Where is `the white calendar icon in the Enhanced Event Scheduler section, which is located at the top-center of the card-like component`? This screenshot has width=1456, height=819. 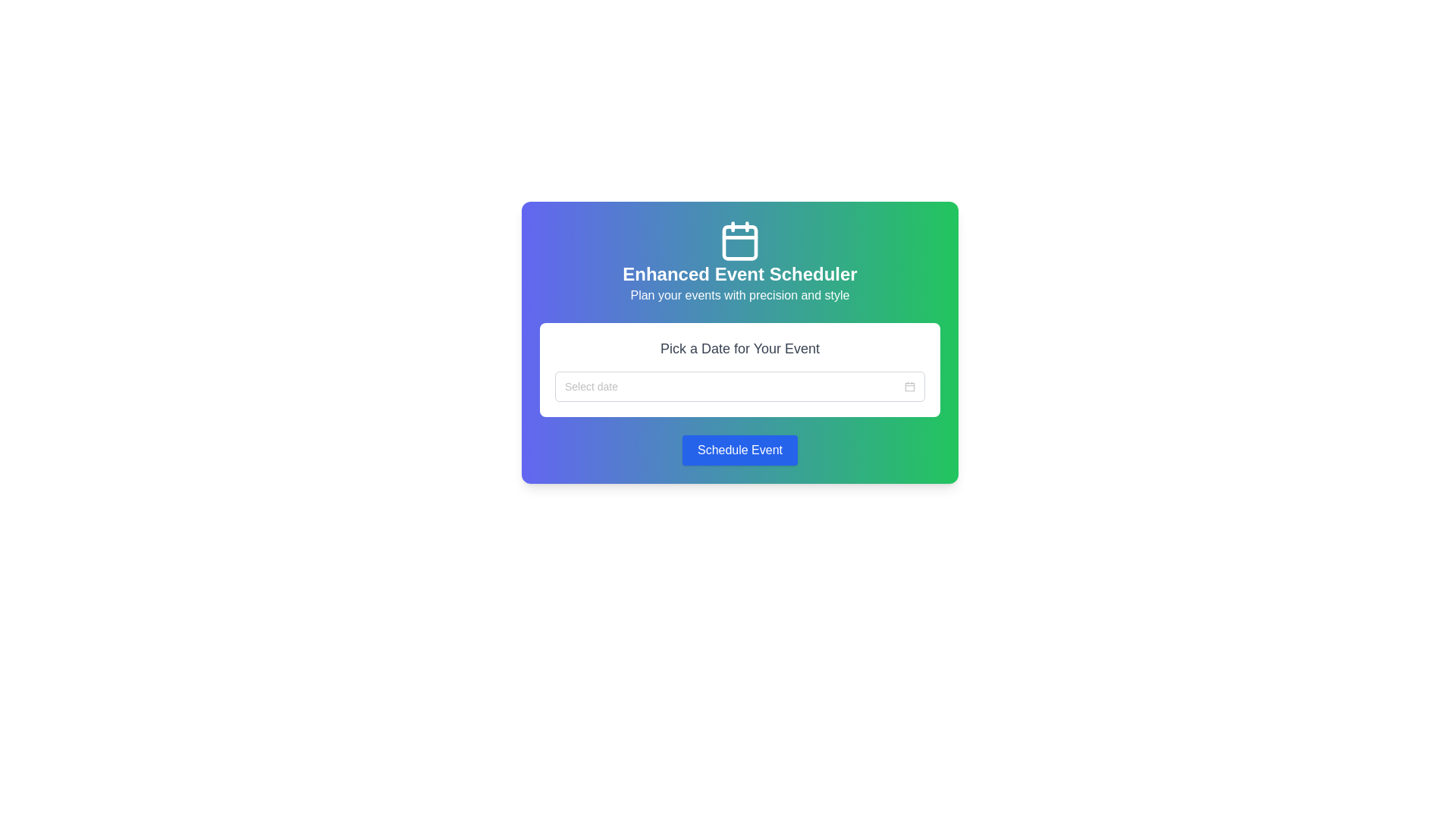
the white calendar icon in the Enhanced Event Scheduler section, which is located at the top-center of the card-like component is located at coordinates (739, 262).